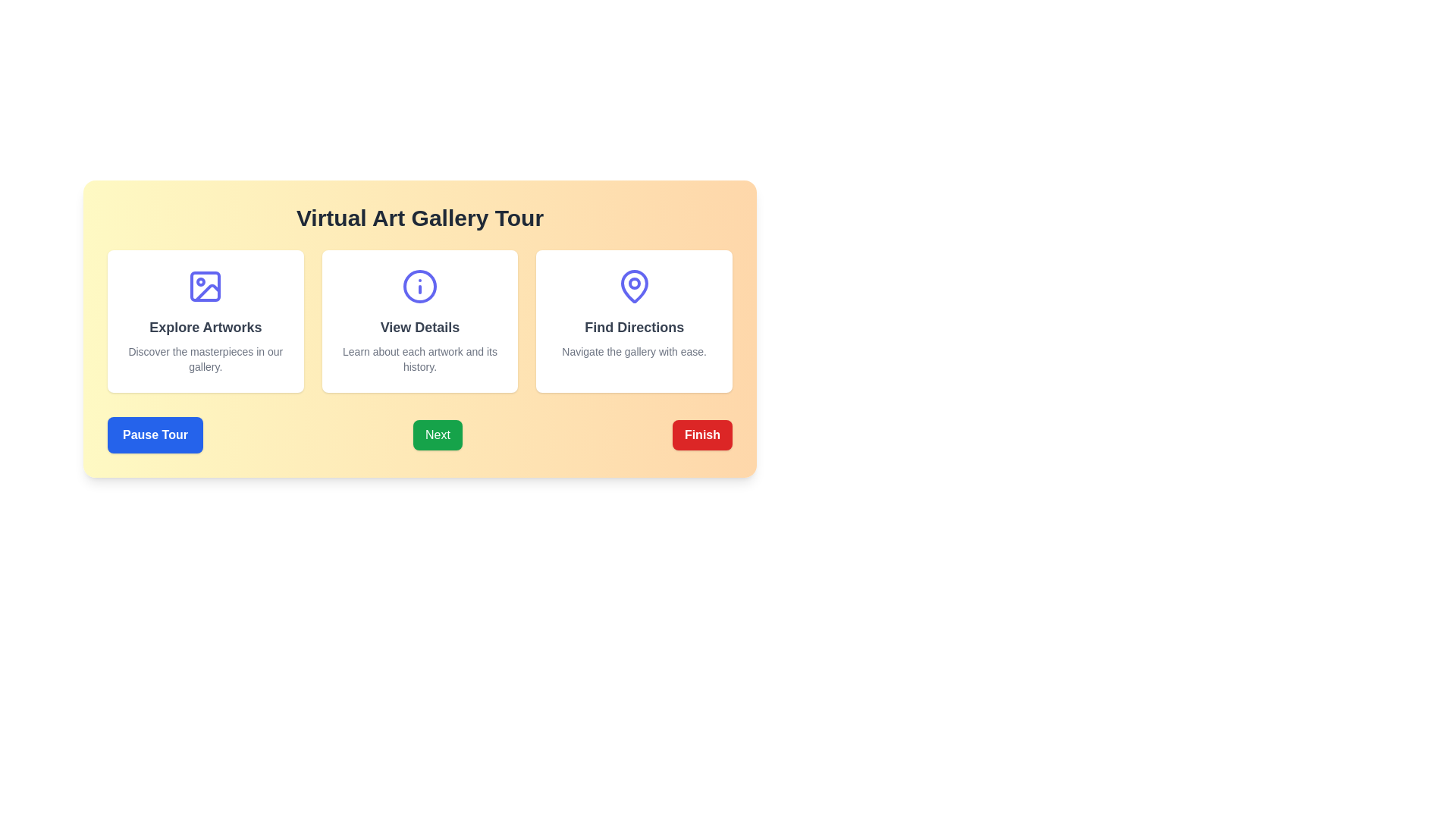  I want to click on static text element located at the bottom of the section associated with the 'Find Directions' button in the rightmost panel of the interface, so click(634, 351).